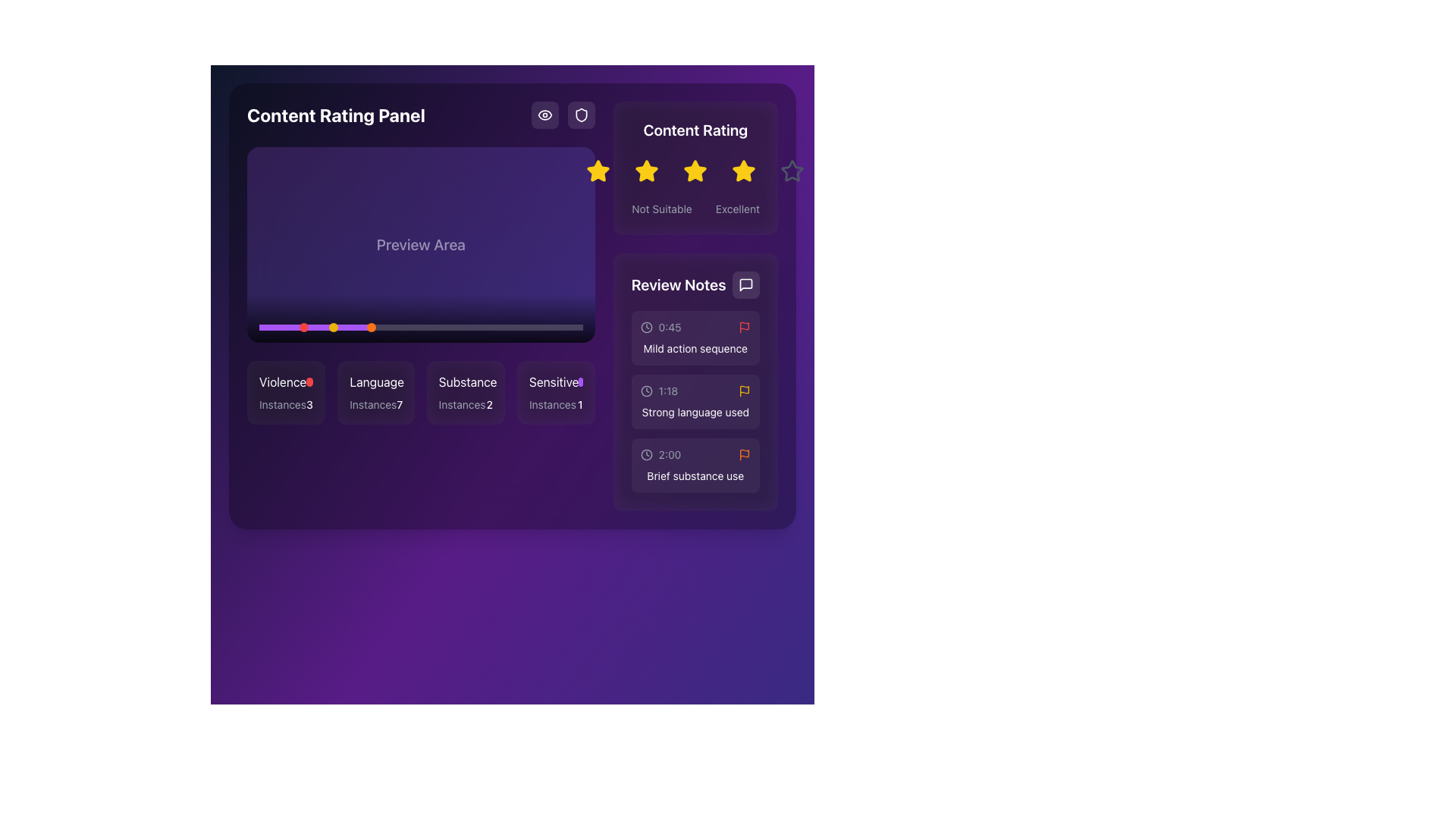 This screenshot has height=819, width=1456. What do you see at coordinates (376, 381) in the screenshot?
I see `the 'Language' text label, which is displayed in white font on a dark purple background, positioned second from the left in the lower middle section of the interface` at bounding box center [376, 381].